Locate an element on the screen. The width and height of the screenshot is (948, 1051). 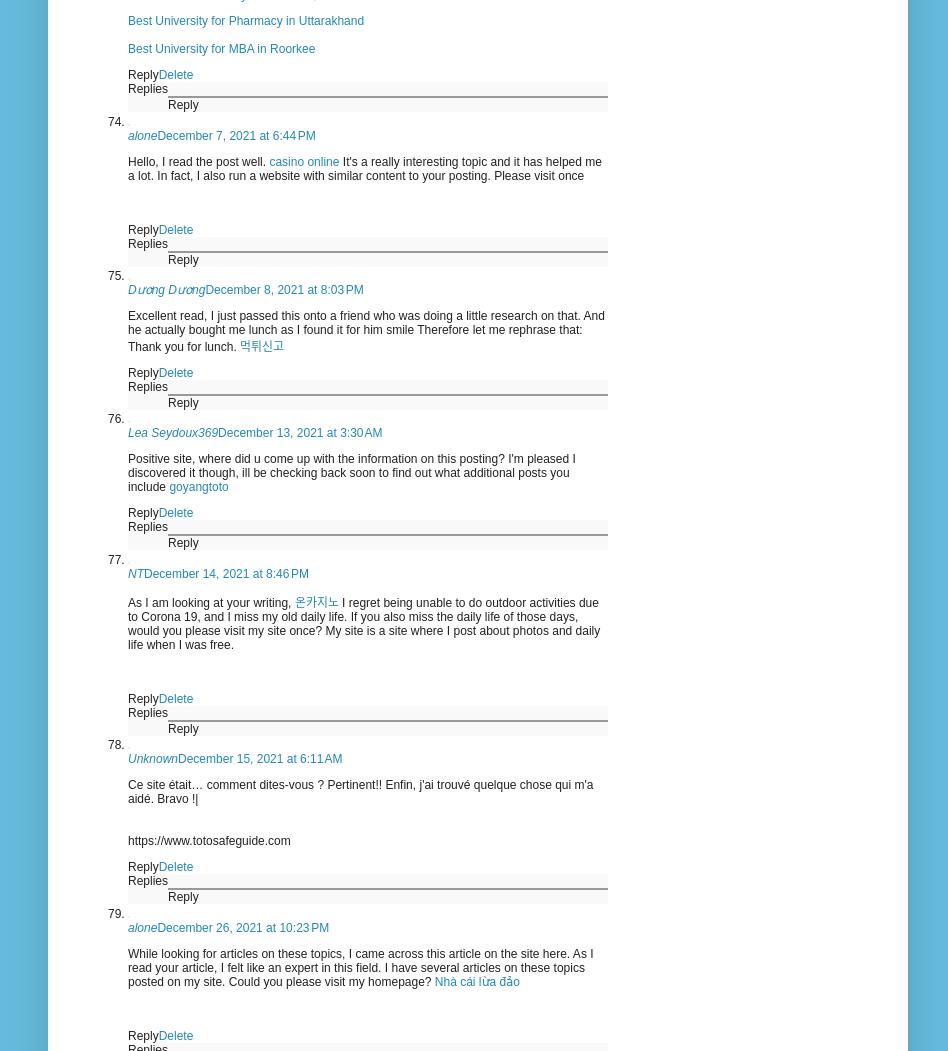
'Best University for Pharmacy in Uttarakhand' is located at coordinates (246, 21).